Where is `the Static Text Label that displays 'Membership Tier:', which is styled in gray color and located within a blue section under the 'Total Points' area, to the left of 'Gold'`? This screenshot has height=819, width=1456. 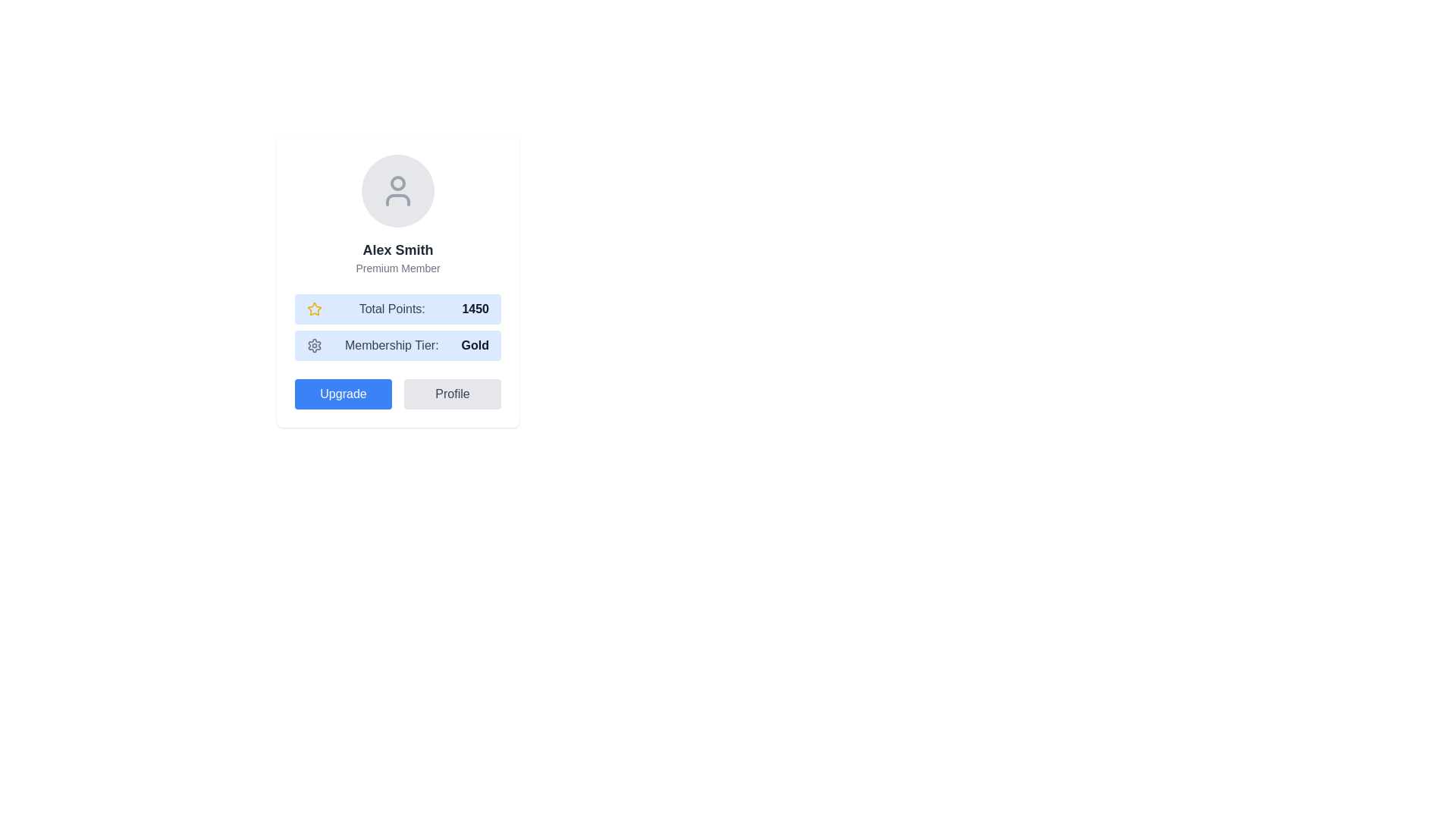
the Static Text Label that displays 'Membership Tier:', which is styled in gray color and located within a blue section under the 'Total Points' area, to the left of 'Gold' is located at coordinates (391, 345).